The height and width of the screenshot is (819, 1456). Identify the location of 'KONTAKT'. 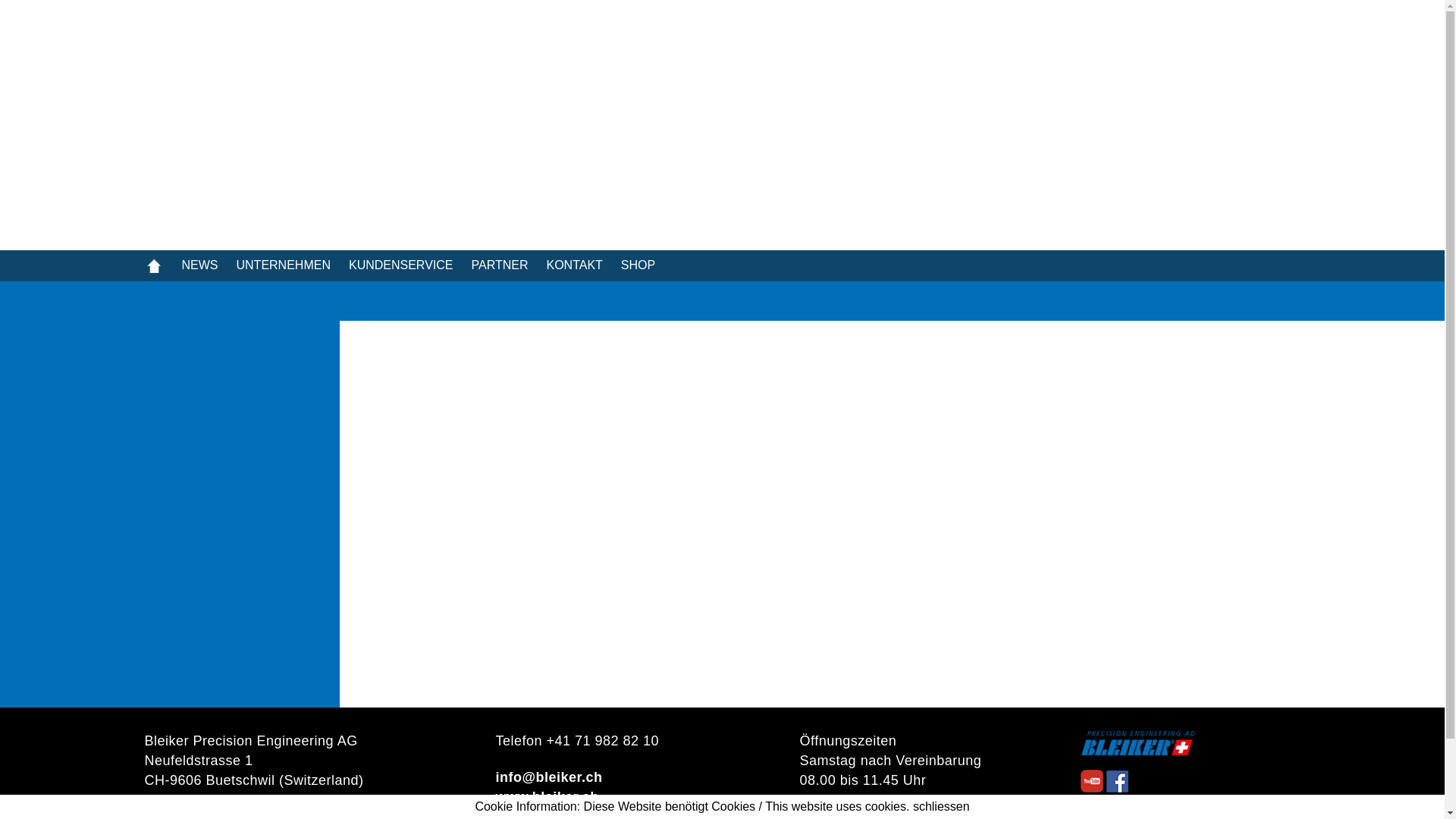
(582, 264).